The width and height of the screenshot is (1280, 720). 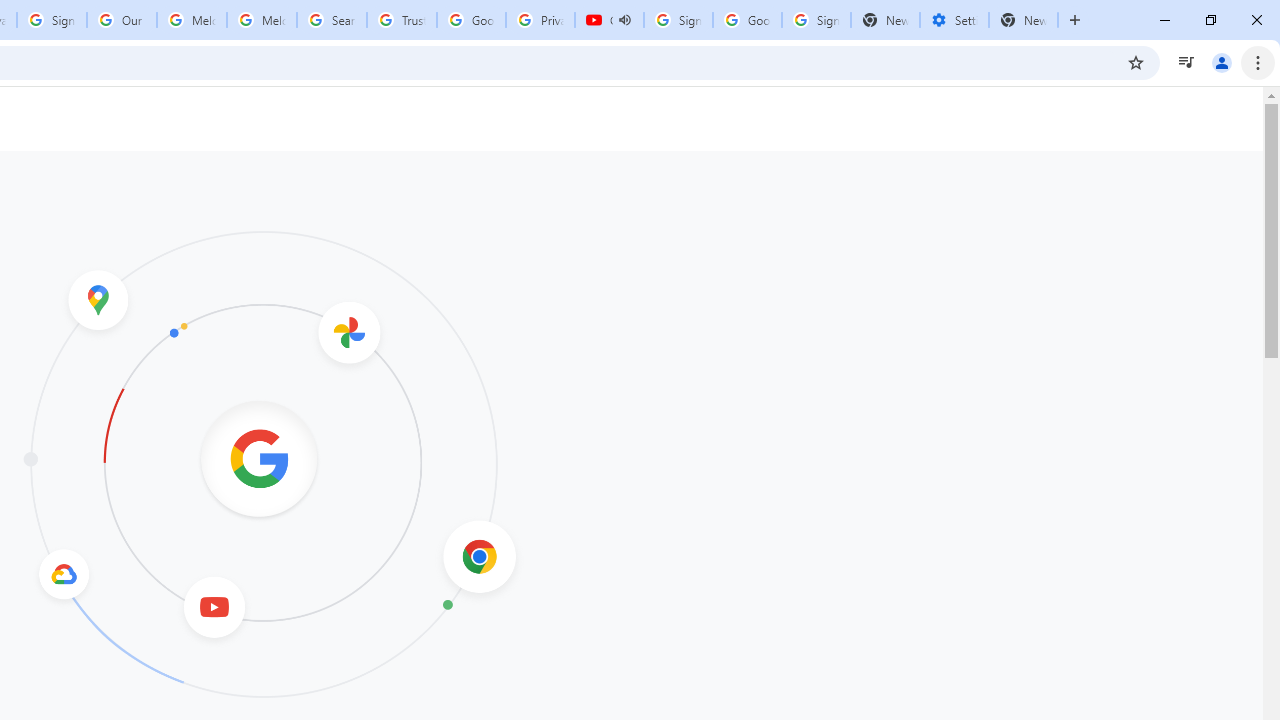 I want to click on 'Control your music, videos, and more', so click(x=1185, y=61).